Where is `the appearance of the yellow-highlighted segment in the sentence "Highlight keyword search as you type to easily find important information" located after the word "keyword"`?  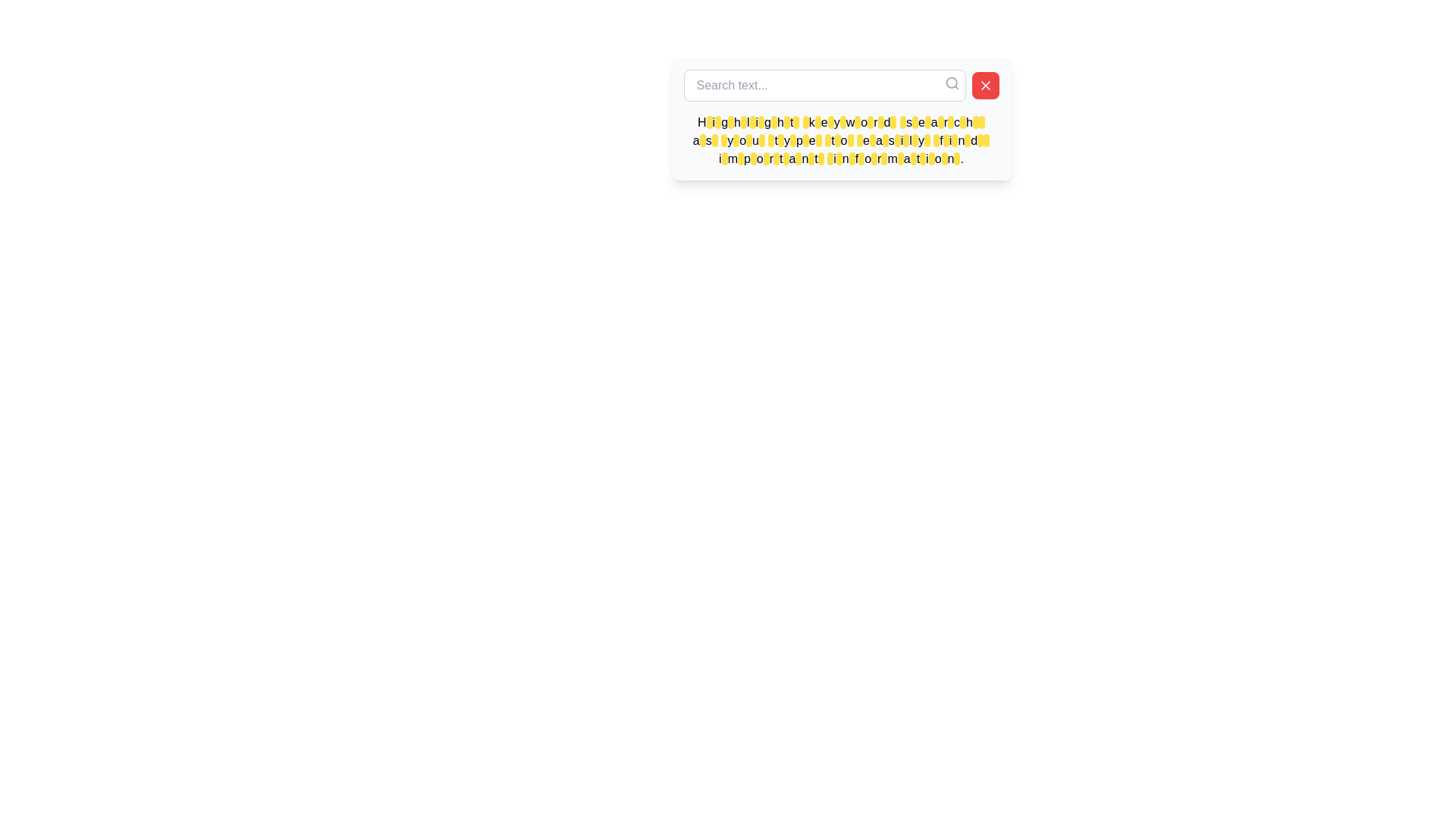
the appearance of the yellow-highlighted segment in the sentence "Highlight keyword search as you type to easily find important information" located after the word "keyword" is located at coordinates (817, 121).